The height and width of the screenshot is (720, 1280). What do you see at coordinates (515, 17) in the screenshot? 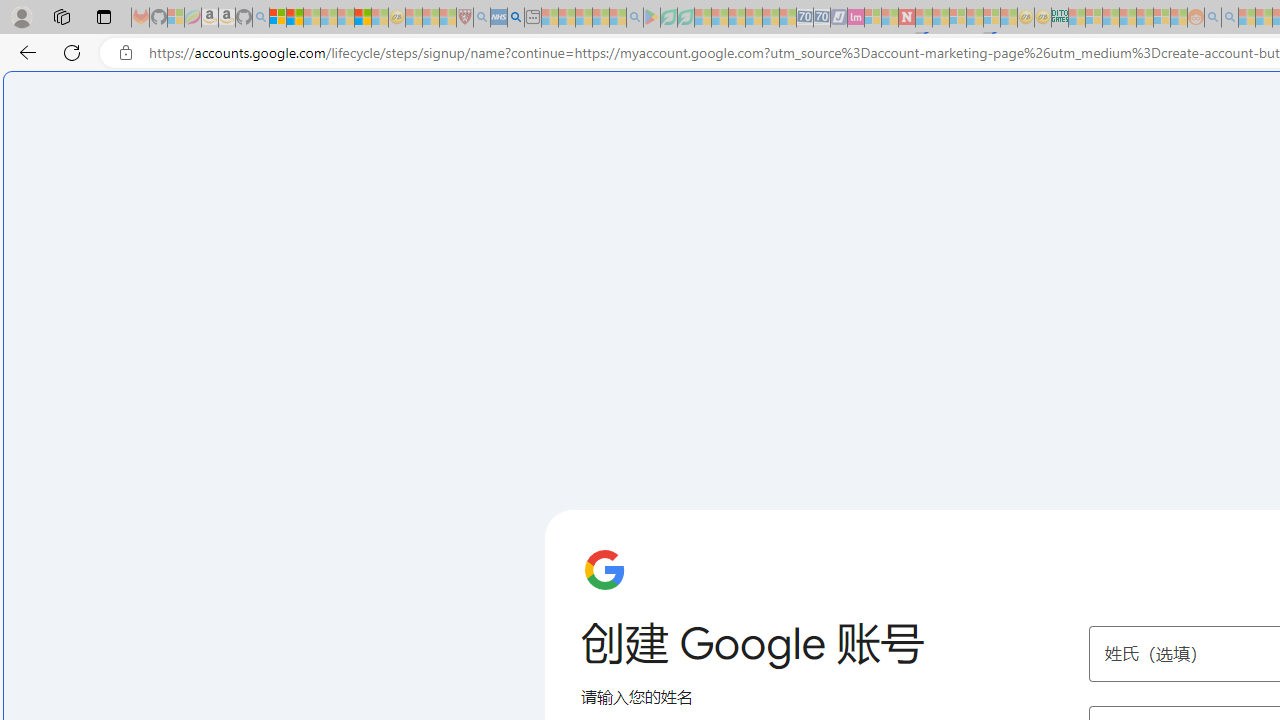
I see `'utah sues federal government - Search'` at bounding box center [515, 17].